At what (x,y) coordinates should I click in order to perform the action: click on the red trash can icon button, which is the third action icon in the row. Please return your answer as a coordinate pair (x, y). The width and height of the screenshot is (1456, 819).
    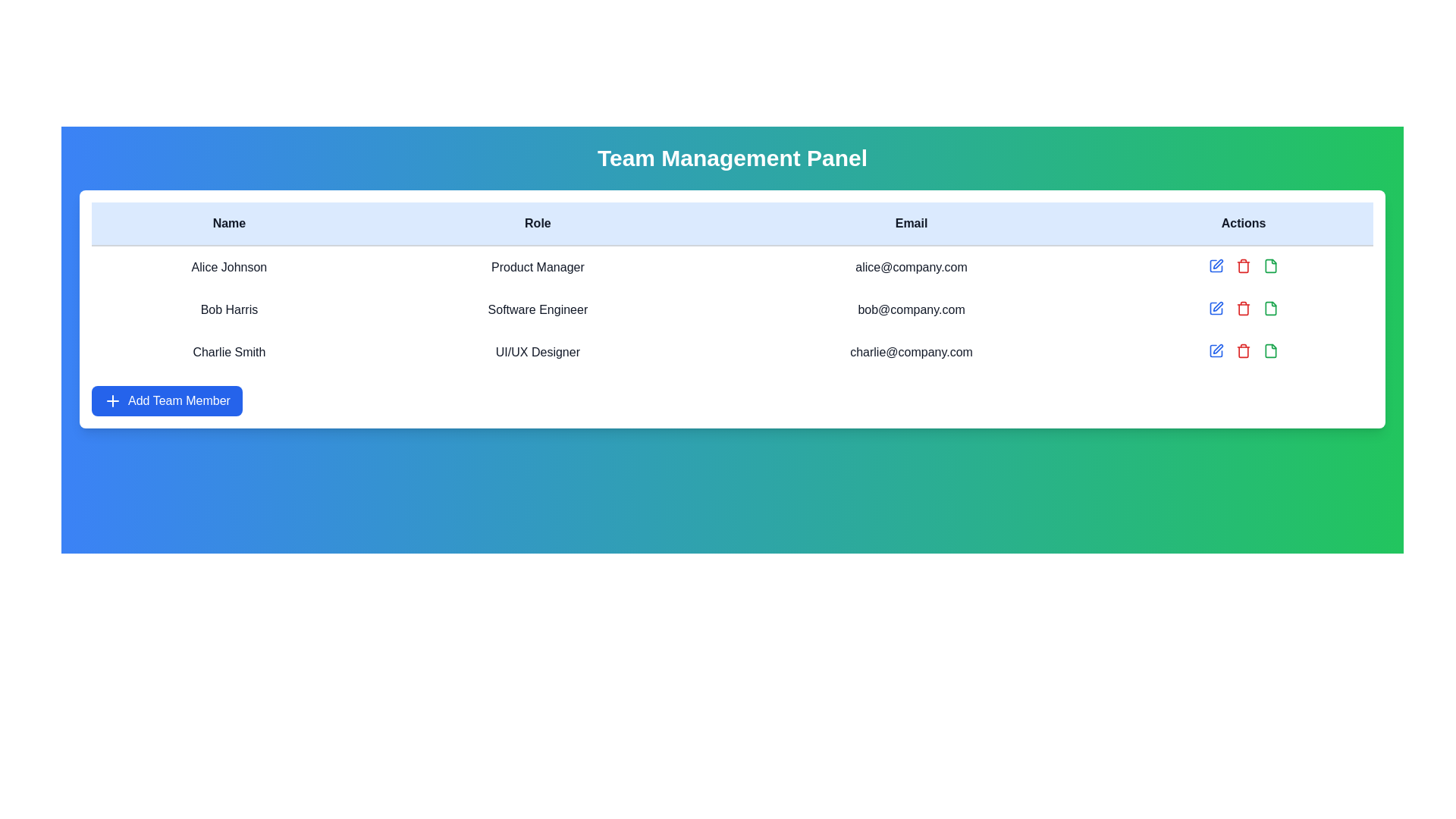
    Looking at the image, I should click on (1244, 265).